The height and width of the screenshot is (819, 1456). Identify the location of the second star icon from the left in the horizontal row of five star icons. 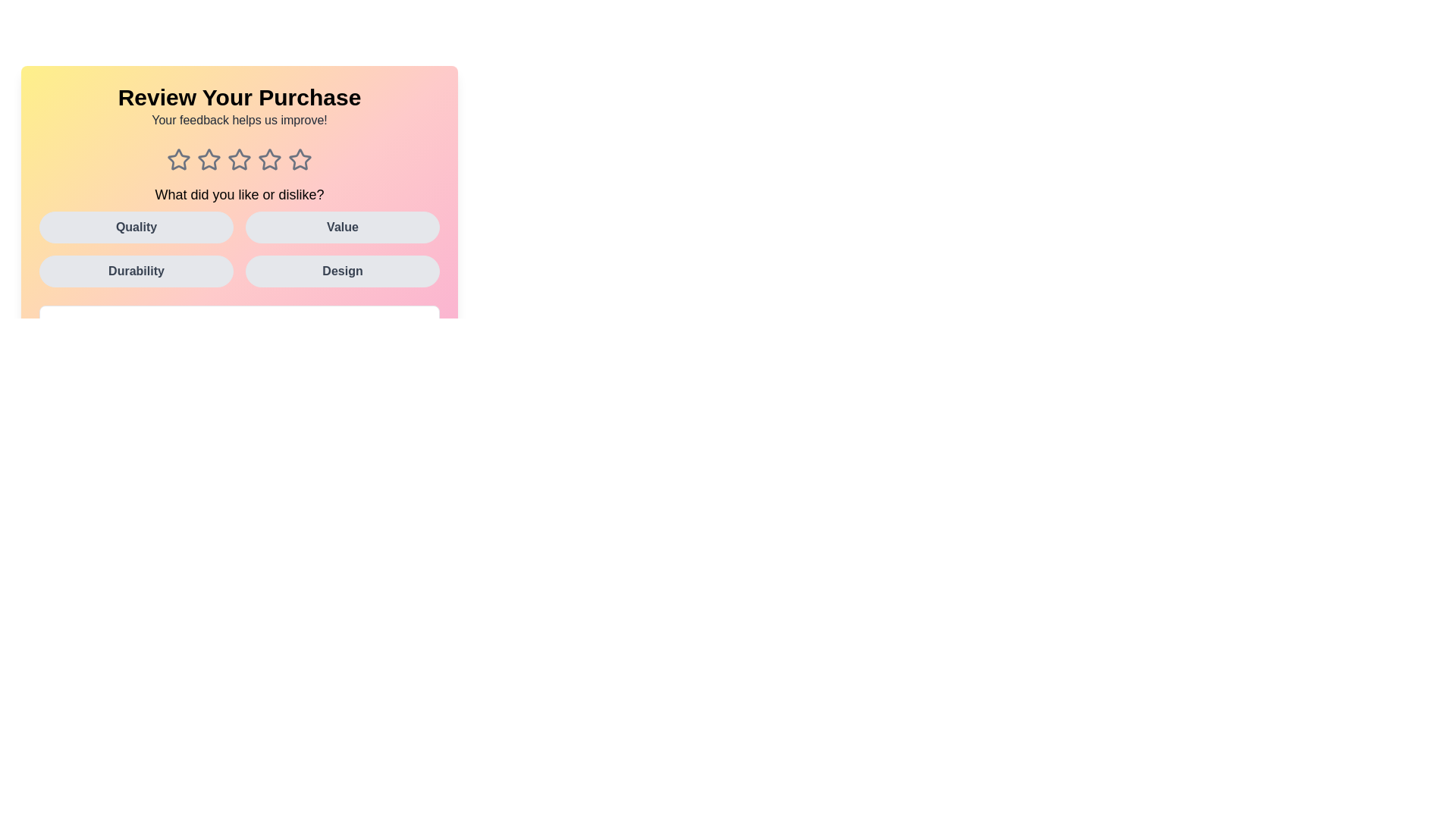
(208, 160).